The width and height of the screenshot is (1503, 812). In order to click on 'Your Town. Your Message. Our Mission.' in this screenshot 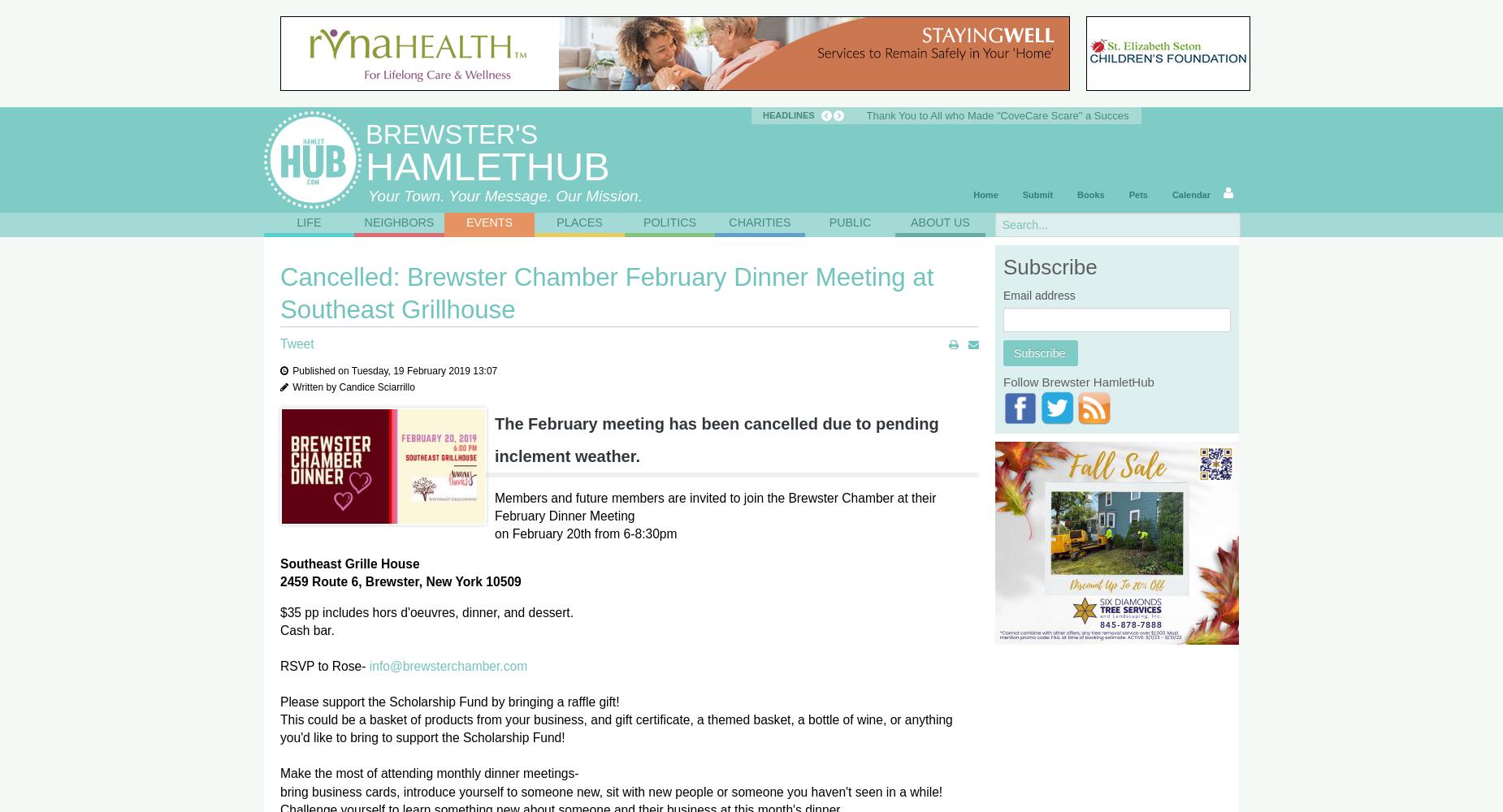, I will do `click(505, 195)`.